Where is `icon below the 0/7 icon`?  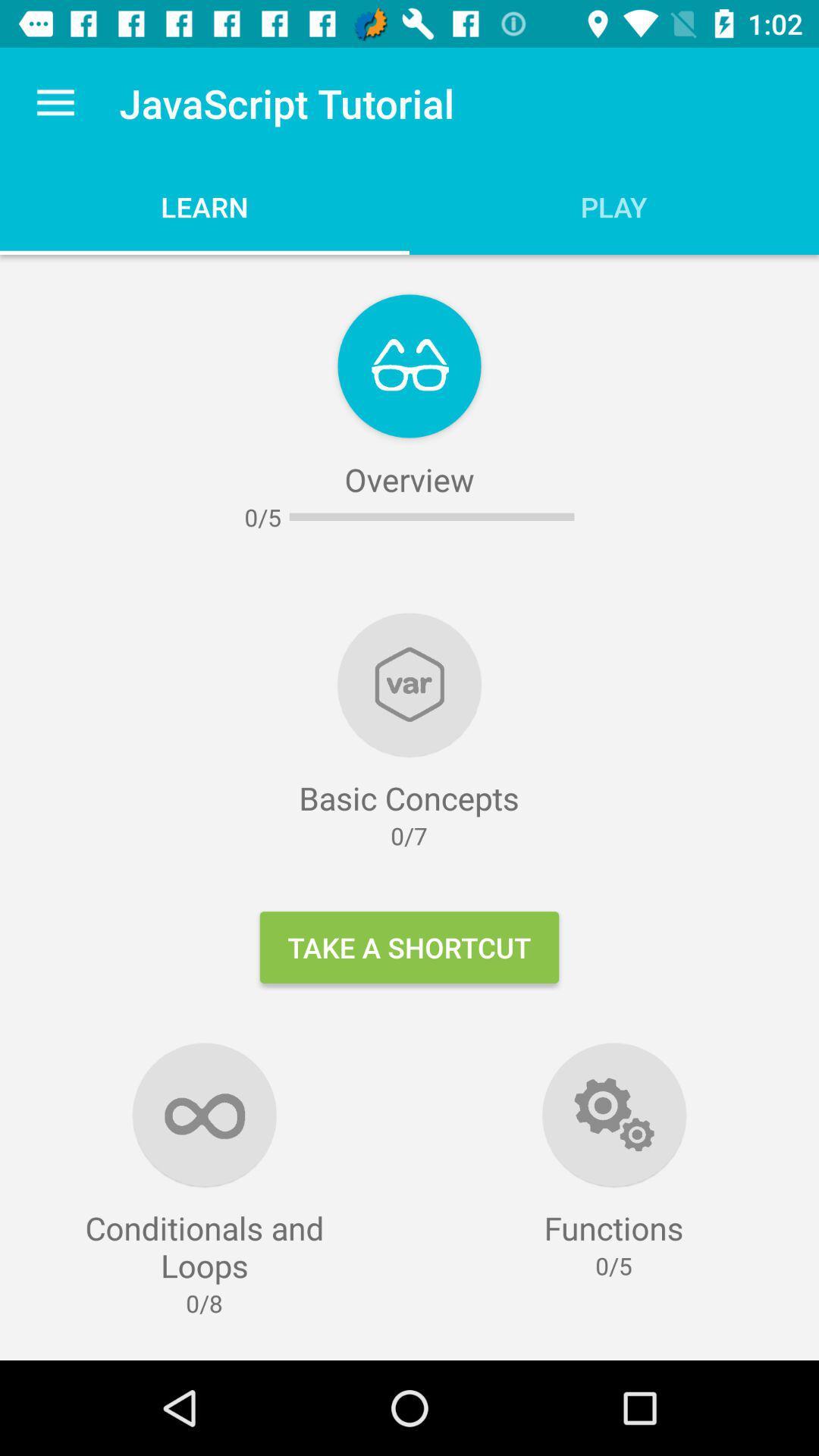
icon below the 0/7 icon is located at coordinates (409, 946).